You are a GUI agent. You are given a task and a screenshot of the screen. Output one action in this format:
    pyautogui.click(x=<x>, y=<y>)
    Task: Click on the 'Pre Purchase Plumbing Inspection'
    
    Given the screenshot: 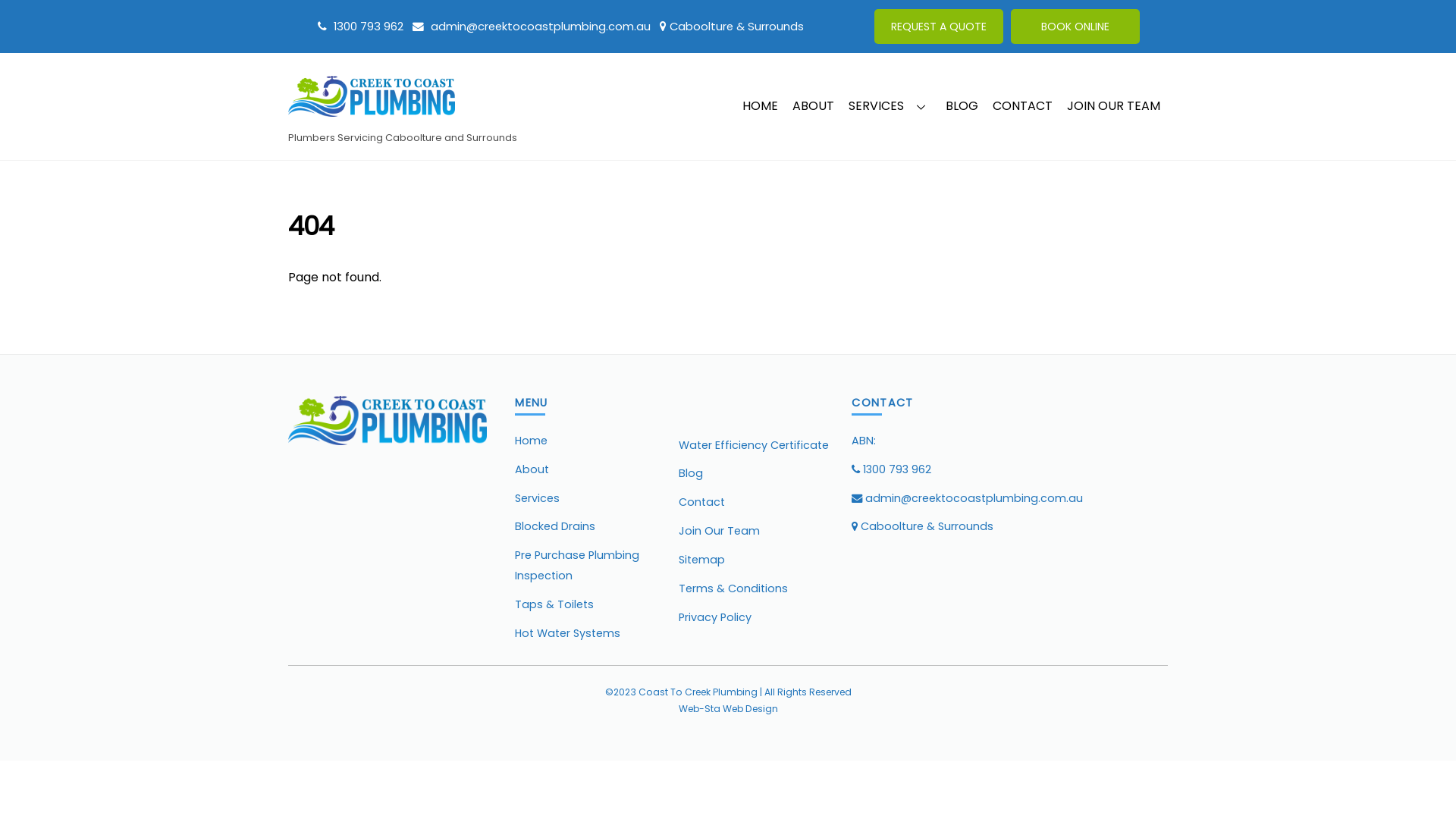 What is the action you would take?
    pyautogui.click(x=576, y=564)
    